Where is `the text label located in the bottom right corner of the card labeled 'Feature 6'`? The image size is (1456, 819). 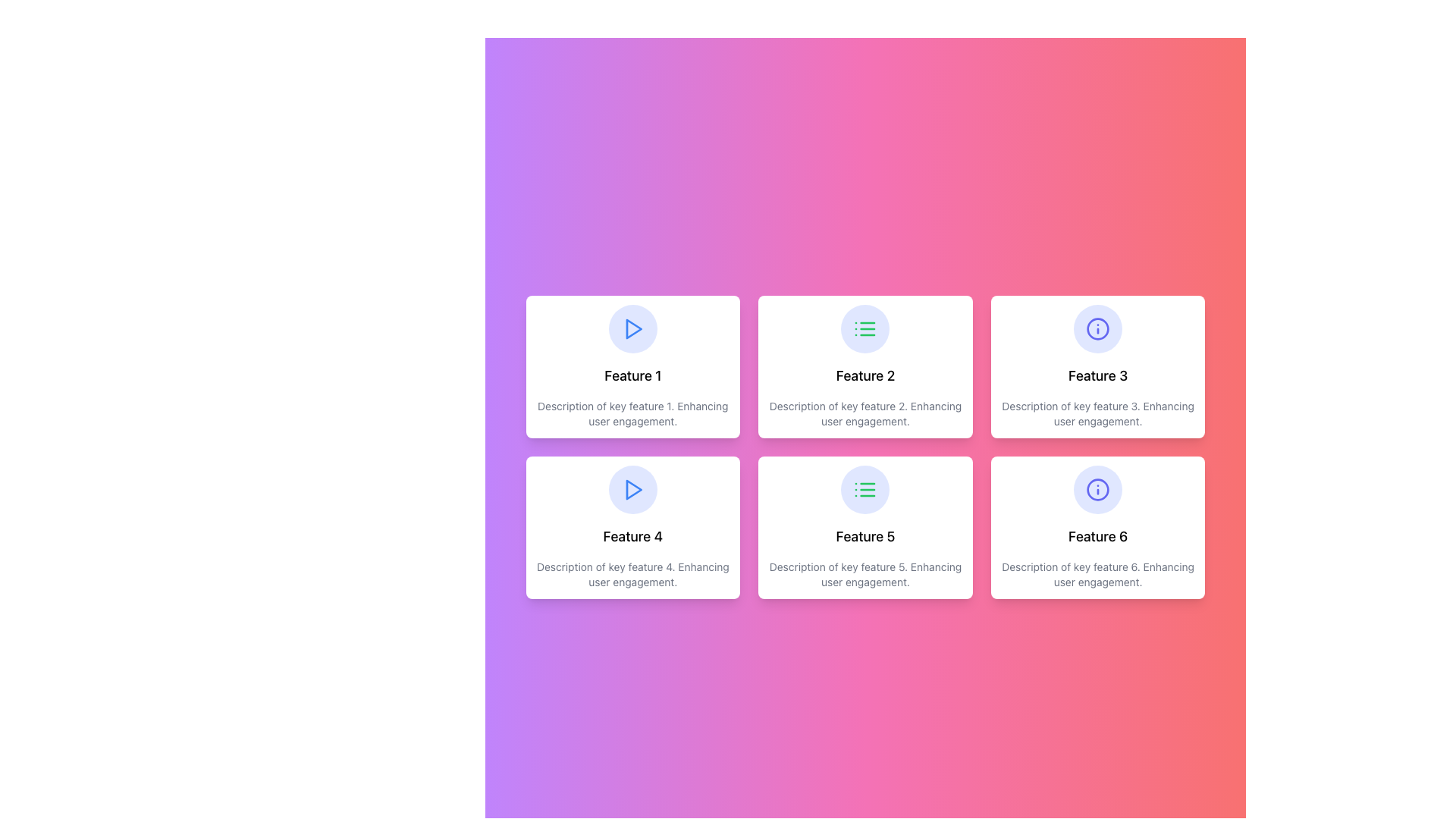 the text label located in the bottom right corner of the card labeled 'Feature 6' is located at coordinates (1098, 575).